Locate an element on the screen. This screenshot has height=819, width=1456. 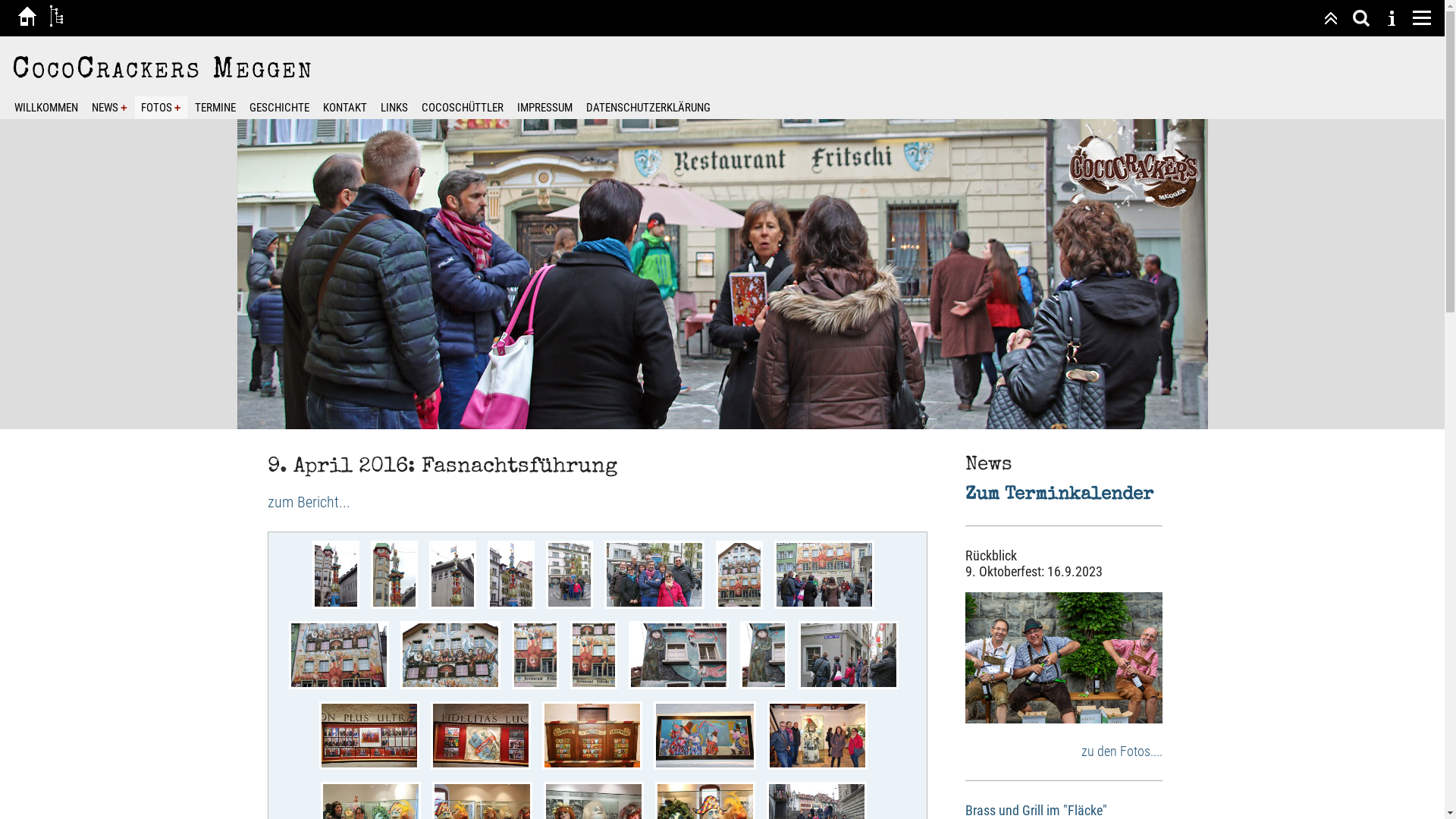
'NEWS' is located at coordinates (108, 107).